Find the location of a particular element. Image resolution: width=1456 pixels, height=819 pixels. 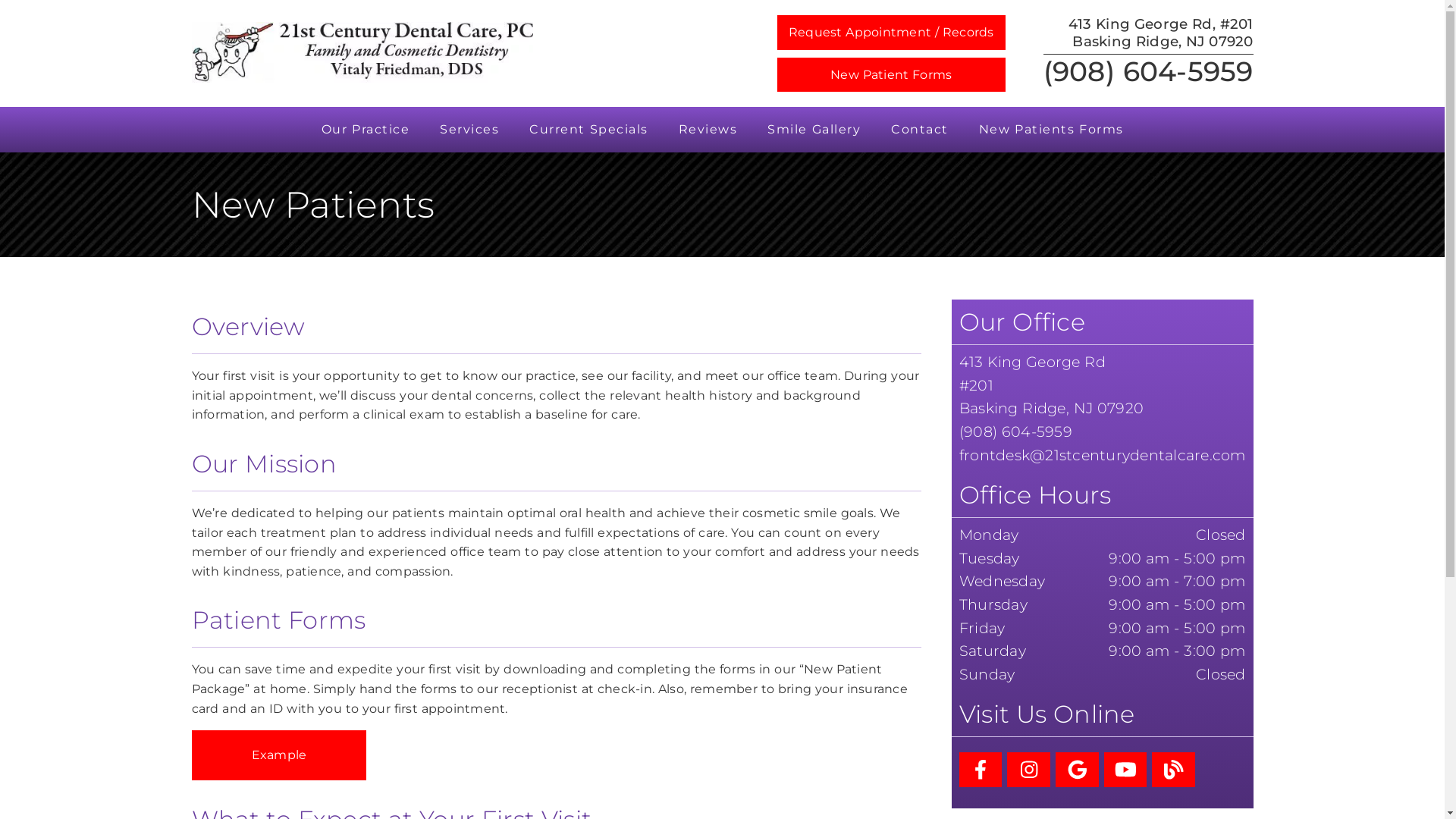

'frontdesk@21stcenturydentalcare.com' is located at coordinates (1103, 454).